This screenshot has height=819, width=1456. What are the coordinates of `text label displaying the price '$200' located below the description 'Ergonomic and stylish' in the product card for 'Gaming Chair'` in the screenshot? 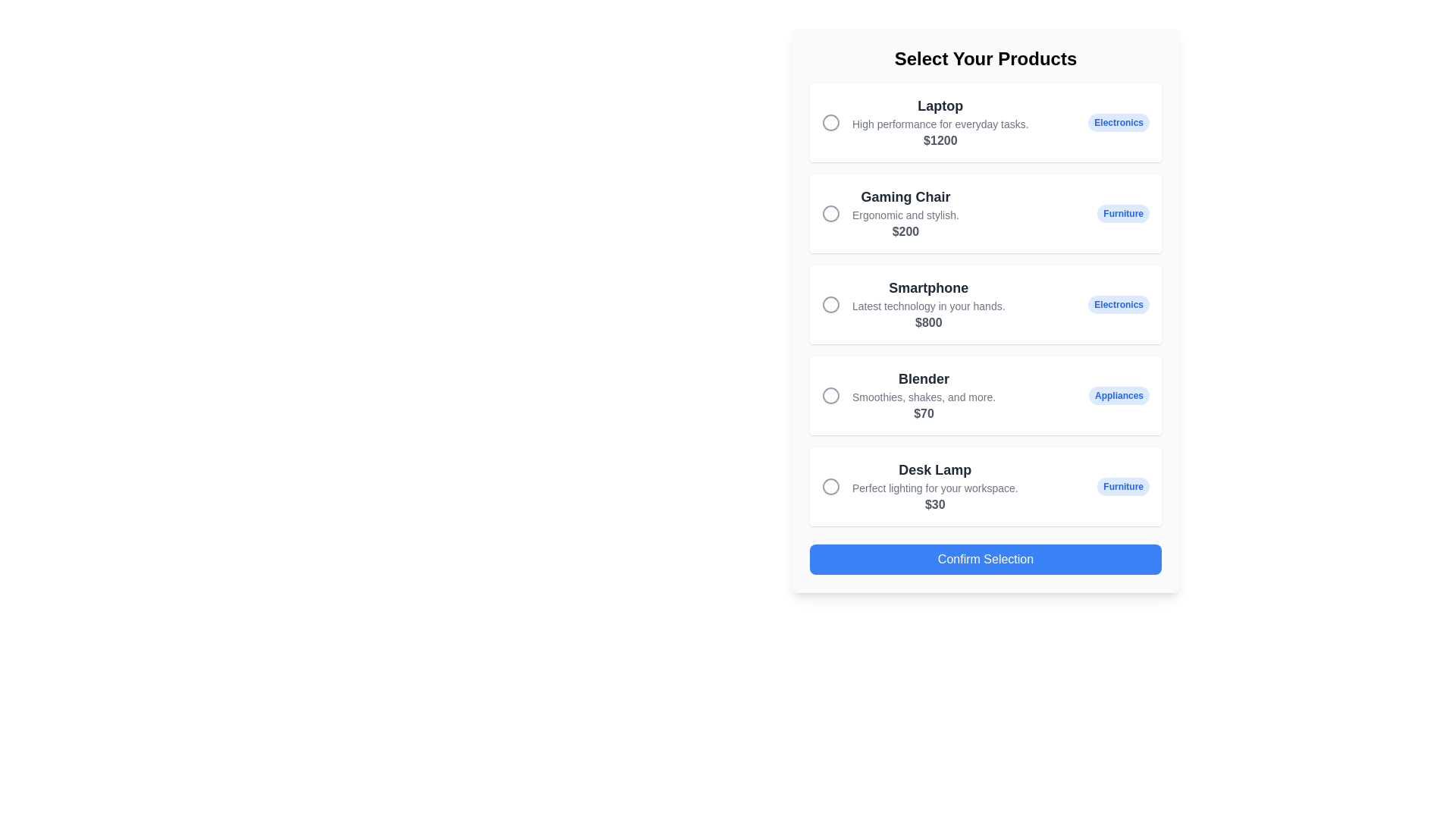 It's located at (905, 231).